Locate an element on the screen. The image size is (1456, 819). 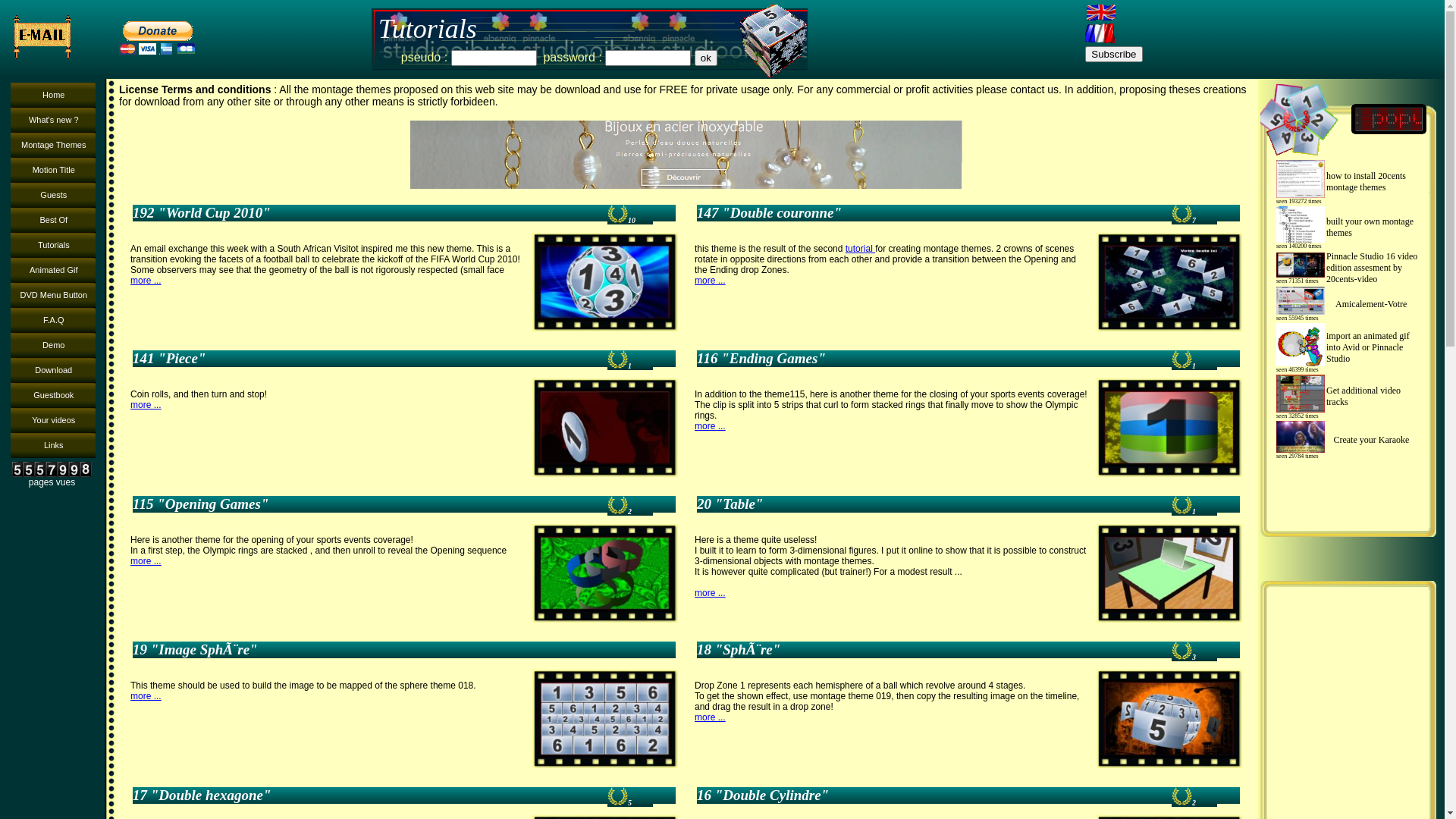
'seen 140200 times built your own montage themes' is located at coordinates (1348, 227).